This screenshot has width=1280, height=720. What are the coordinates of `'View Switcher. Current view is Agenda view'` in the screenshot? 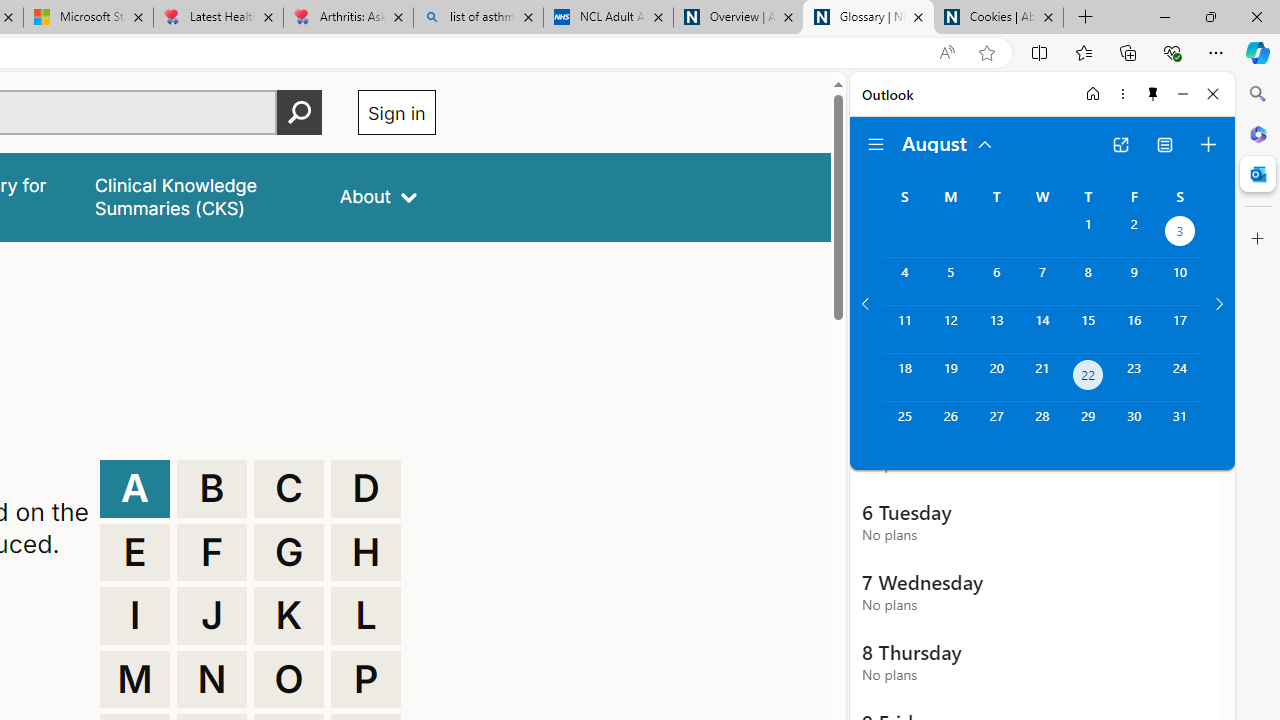 It's located at (1165, 144).